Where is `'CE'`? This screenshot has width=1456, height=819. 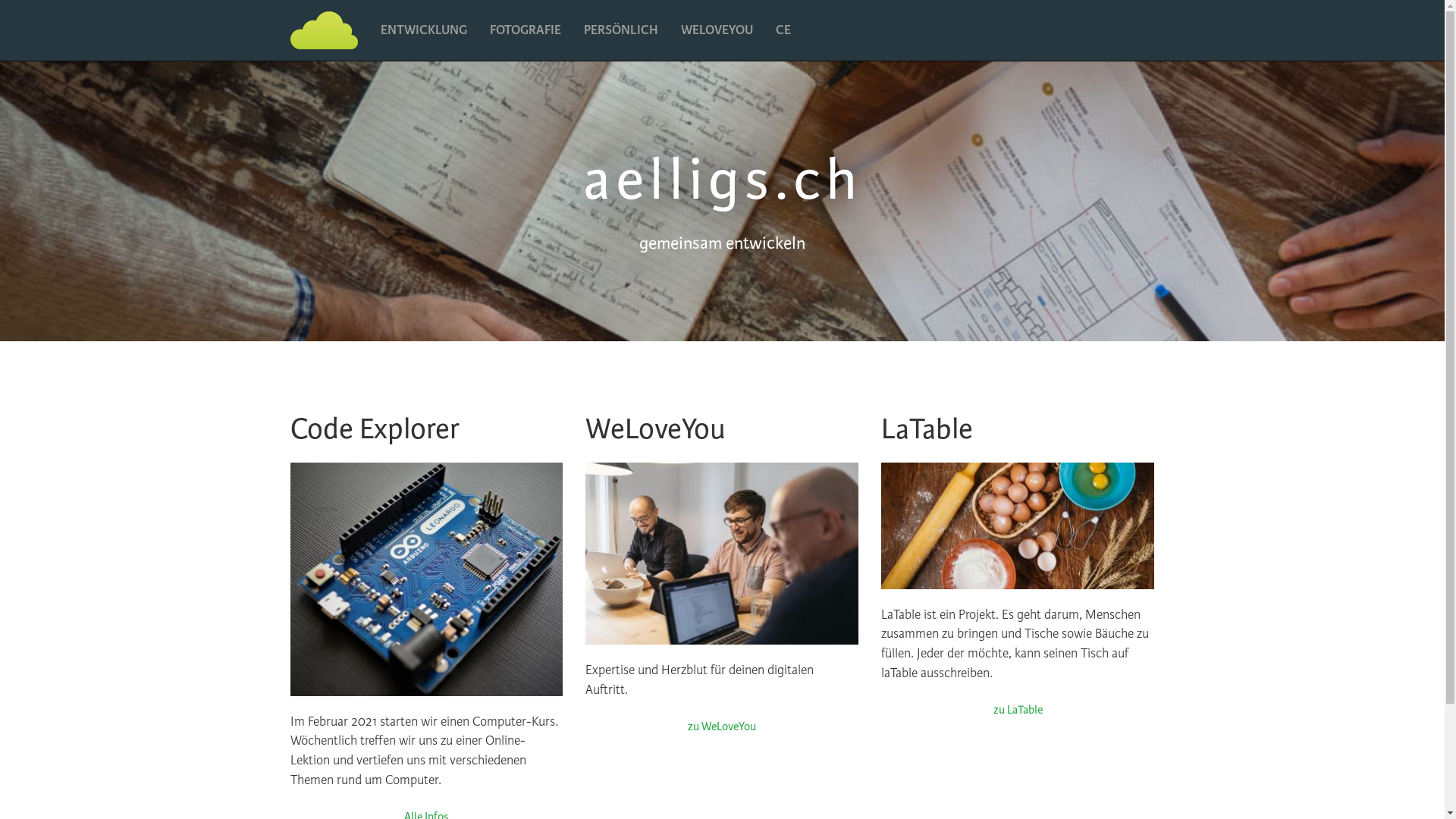 'CE' is located at coordinates (783, 30).